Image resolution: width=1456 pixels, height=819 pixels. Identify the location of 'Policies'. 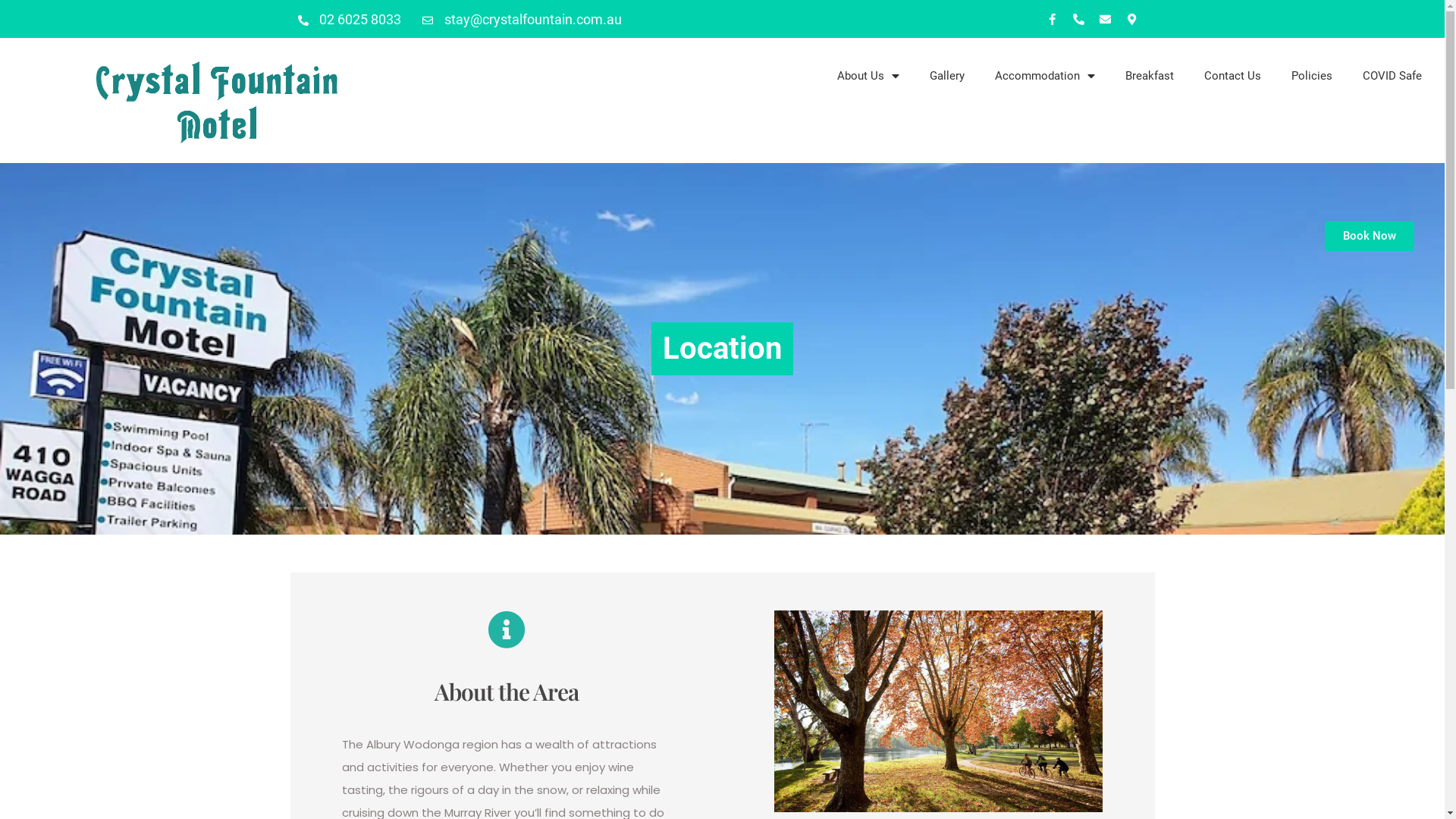
(1276, 76).